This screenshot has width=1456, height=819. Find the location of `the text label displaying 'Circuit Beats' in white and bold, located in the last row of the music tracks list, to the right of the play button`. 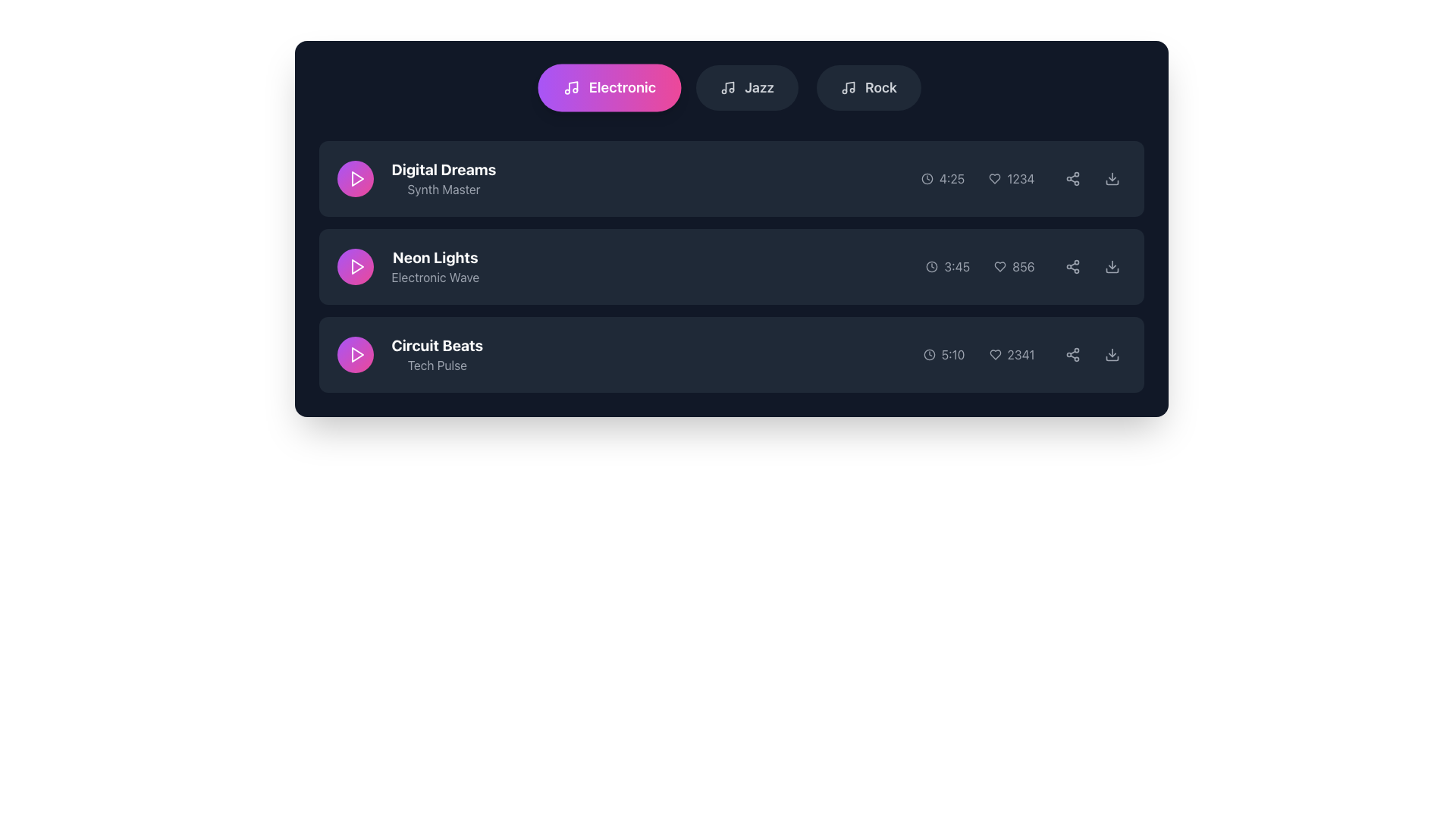

the text label displaying 'Circuit Beats' in white and bold, located in the last row of the music tracks list, to the right of the play button is located at coordinates (436, 354).